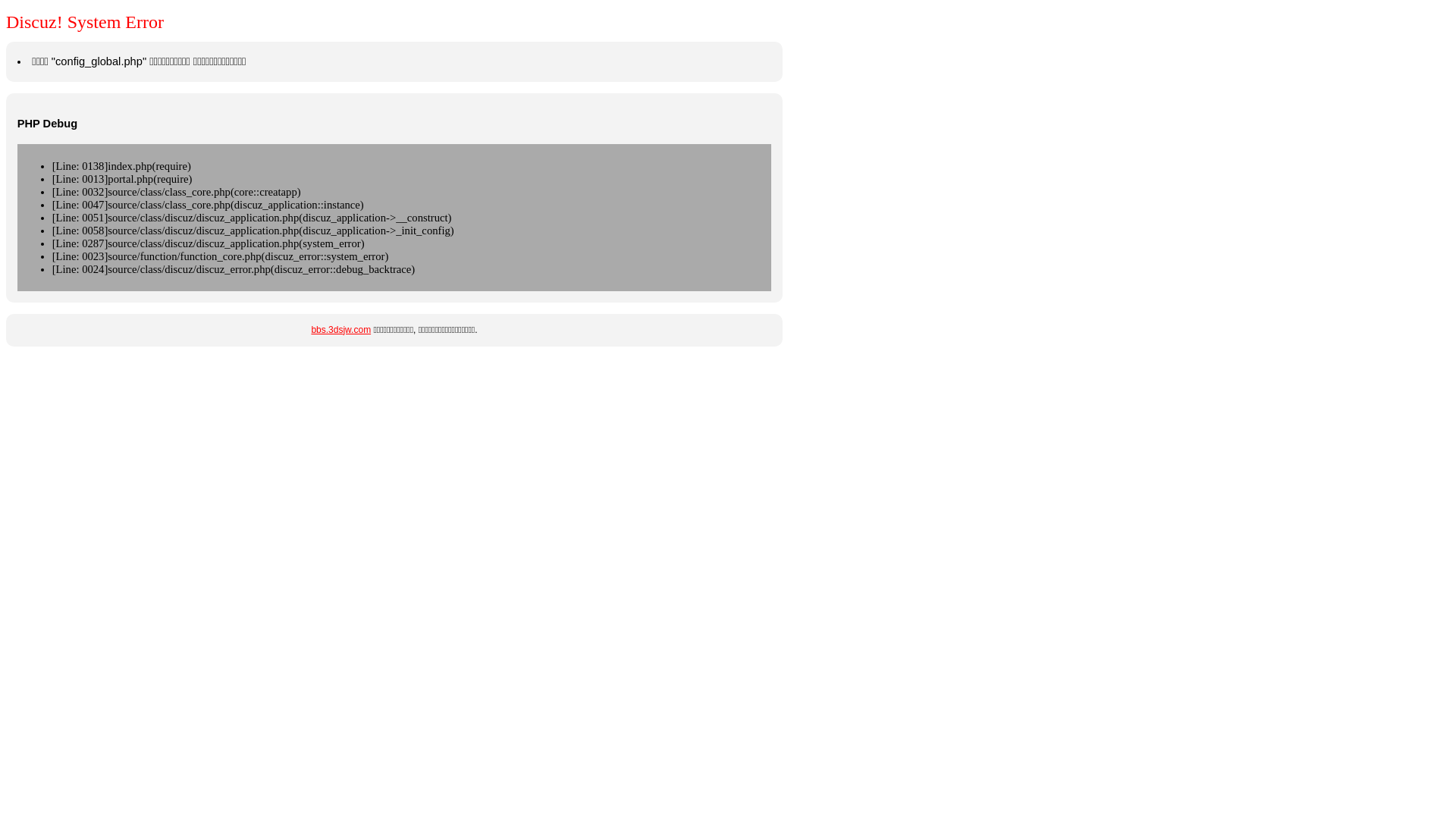 The image size is (1456, 819). What do you see at coordinates (340, 329) in the screenshot?
I see `'bbs.3dsjw.com'` at bounding box center [340, 329].